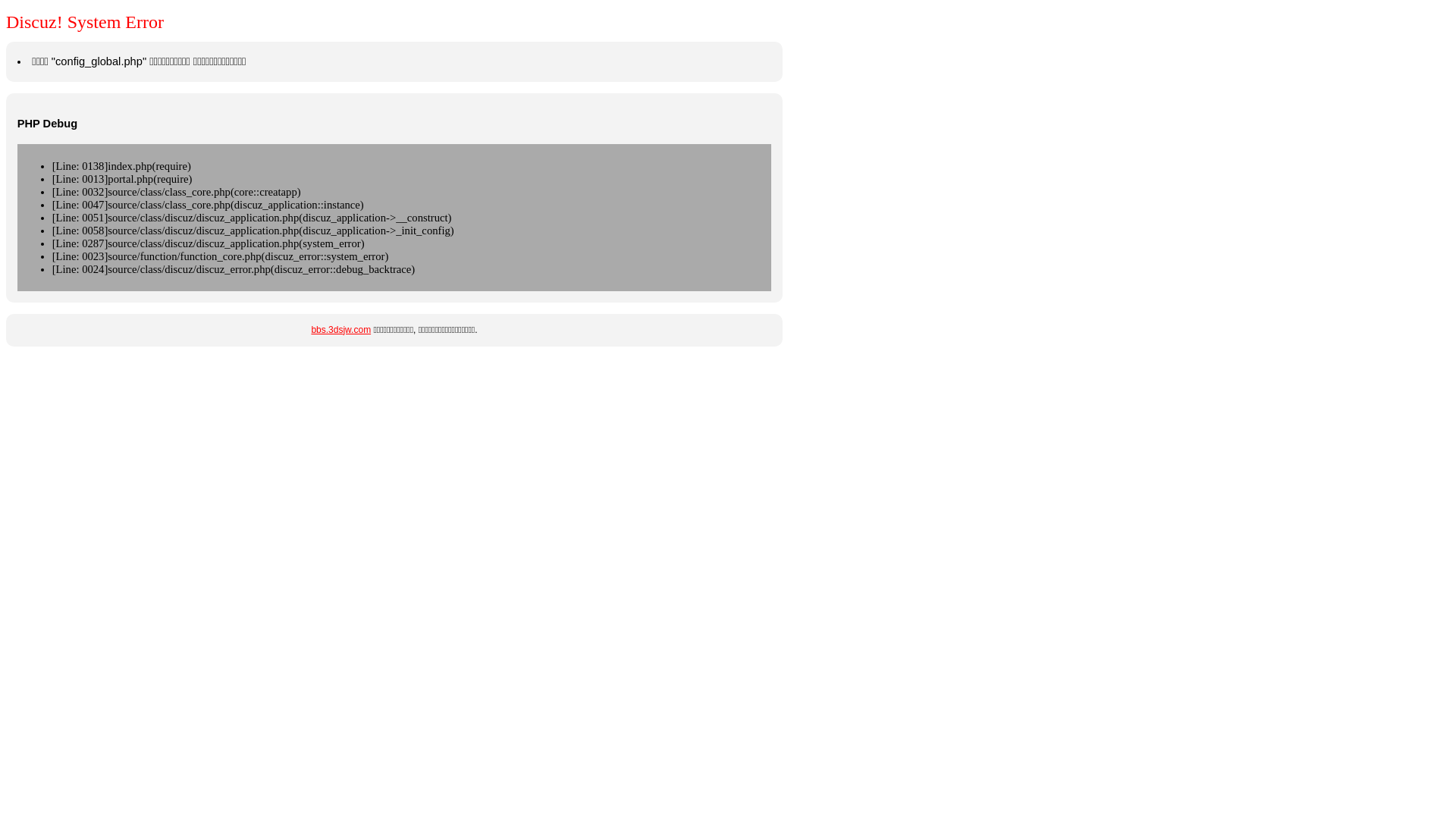 The image size is (1456, 819). What do you see at coordinates (340, 329) in the screenshot?
I see `'bbs.3dsjw.com'` at bounding box center [340, 329].